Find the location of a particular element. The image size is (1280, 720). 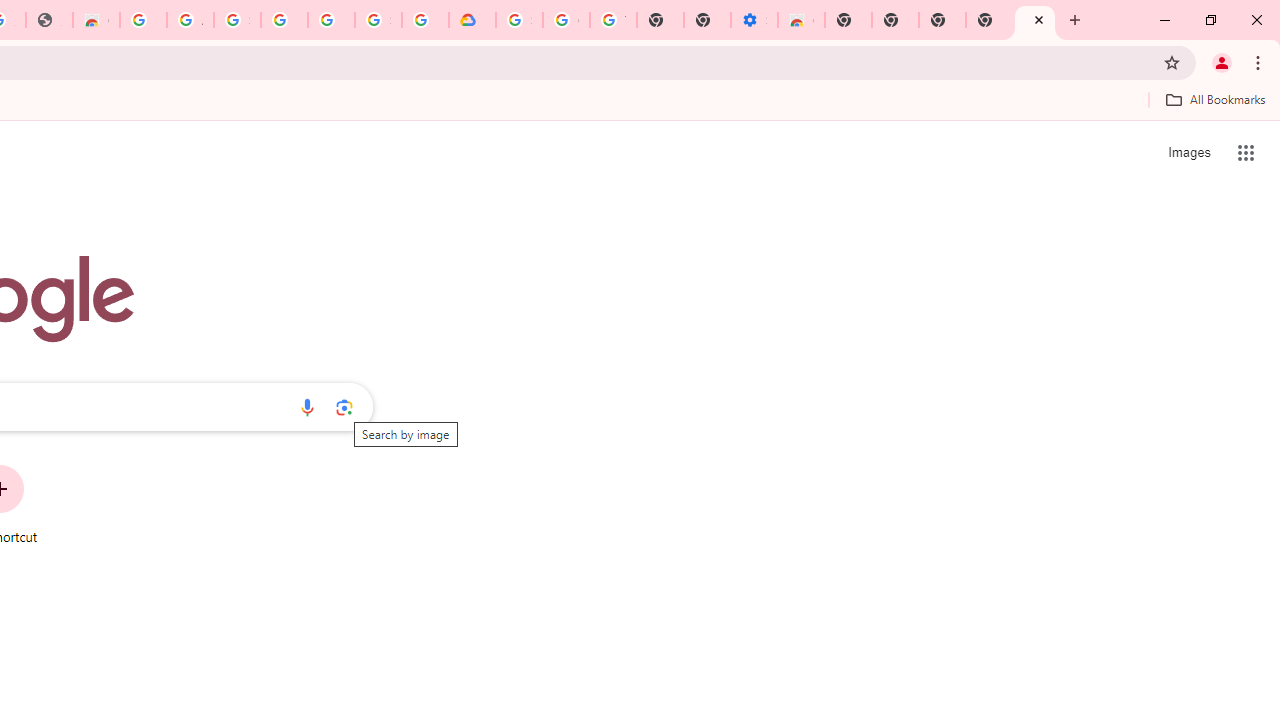

'New Tab' is located at coordinates (989, 20).